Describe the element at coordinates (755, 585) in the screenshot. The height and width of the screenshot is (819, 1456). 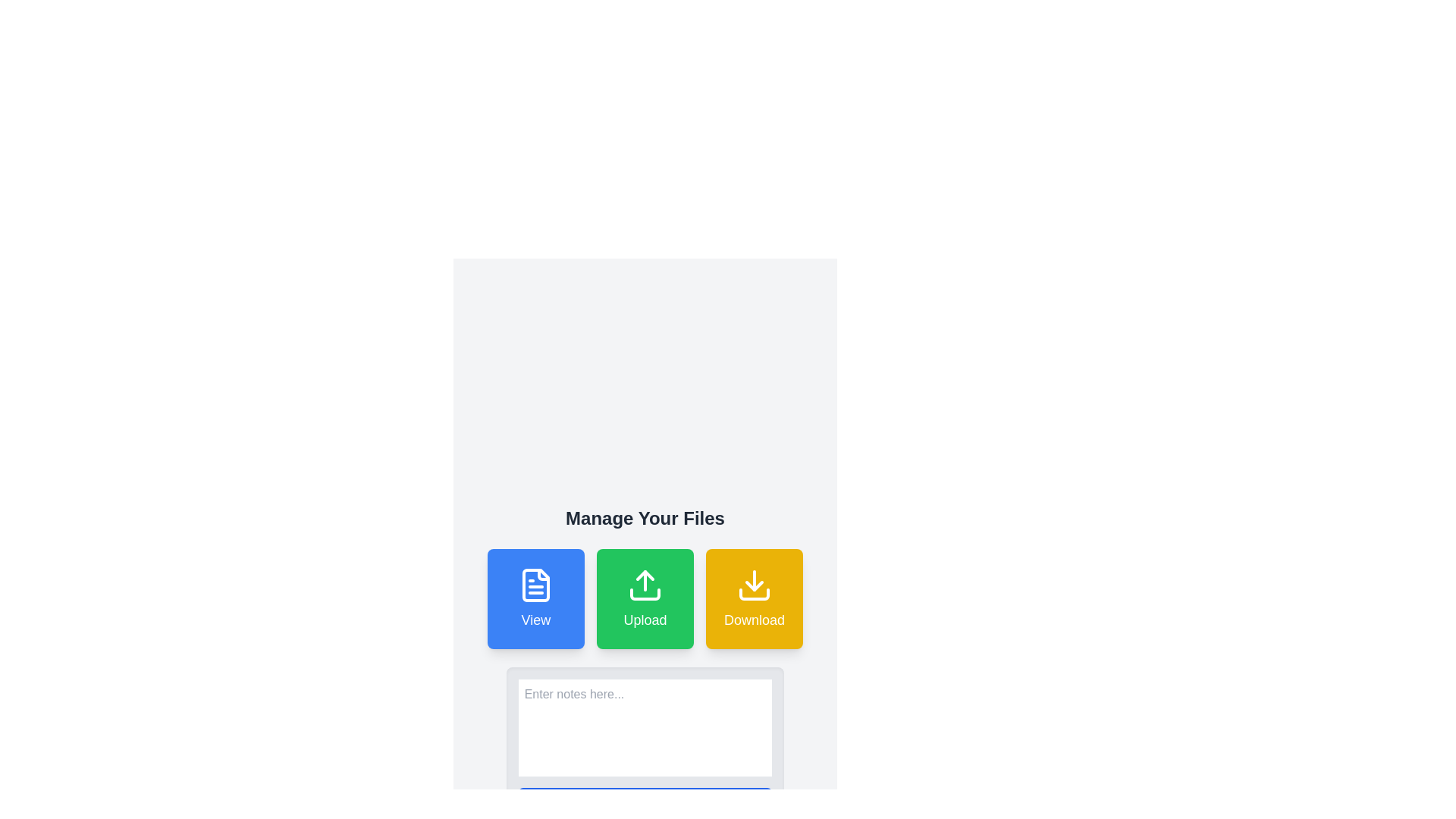
I see `the small, triangular-shaped download icon located in the center of the 'Download' button, which features a downward-pointing arrow and is part of a yellow square button` at that location.